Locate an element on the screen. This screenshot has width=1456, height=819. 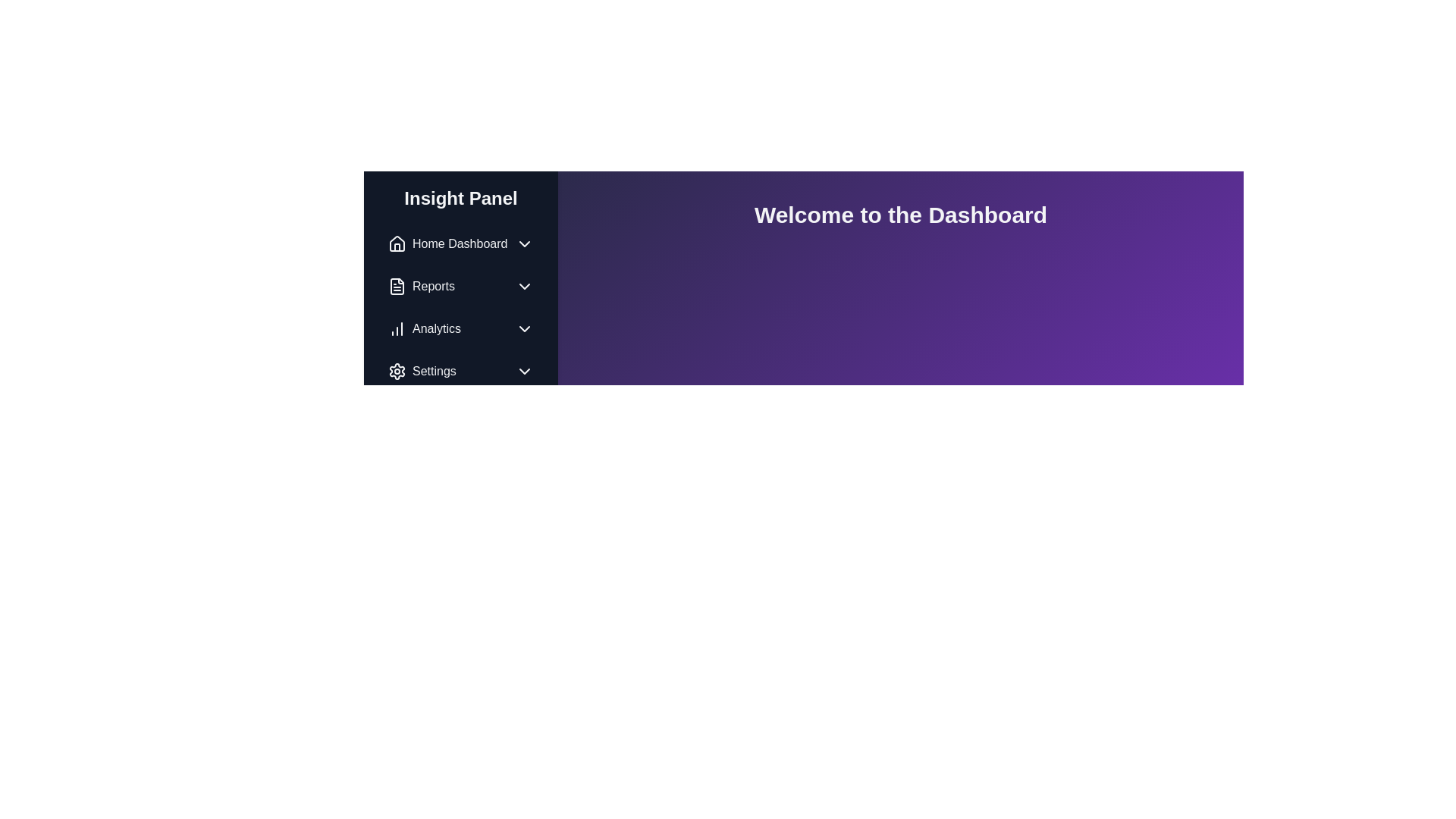
the downward-pointing chevron icon next to the 'Settings' menu item is located at coordinates (524, 371).